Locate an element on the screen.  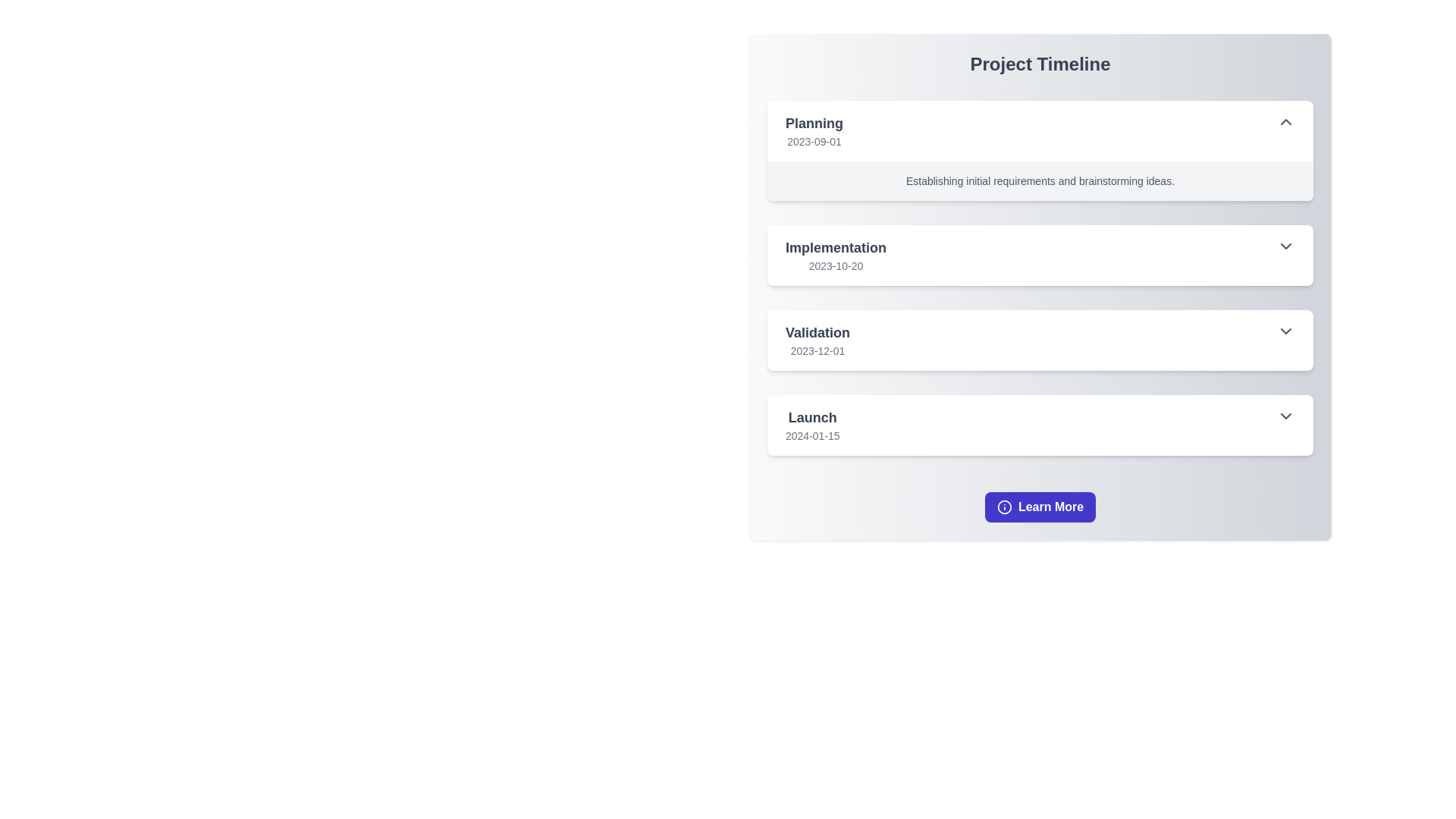
the descriptive text element that provides information about the 'Planning' phase in the timeline, located below the 'Project Timeline' header is located at coordinates (1040, 180).